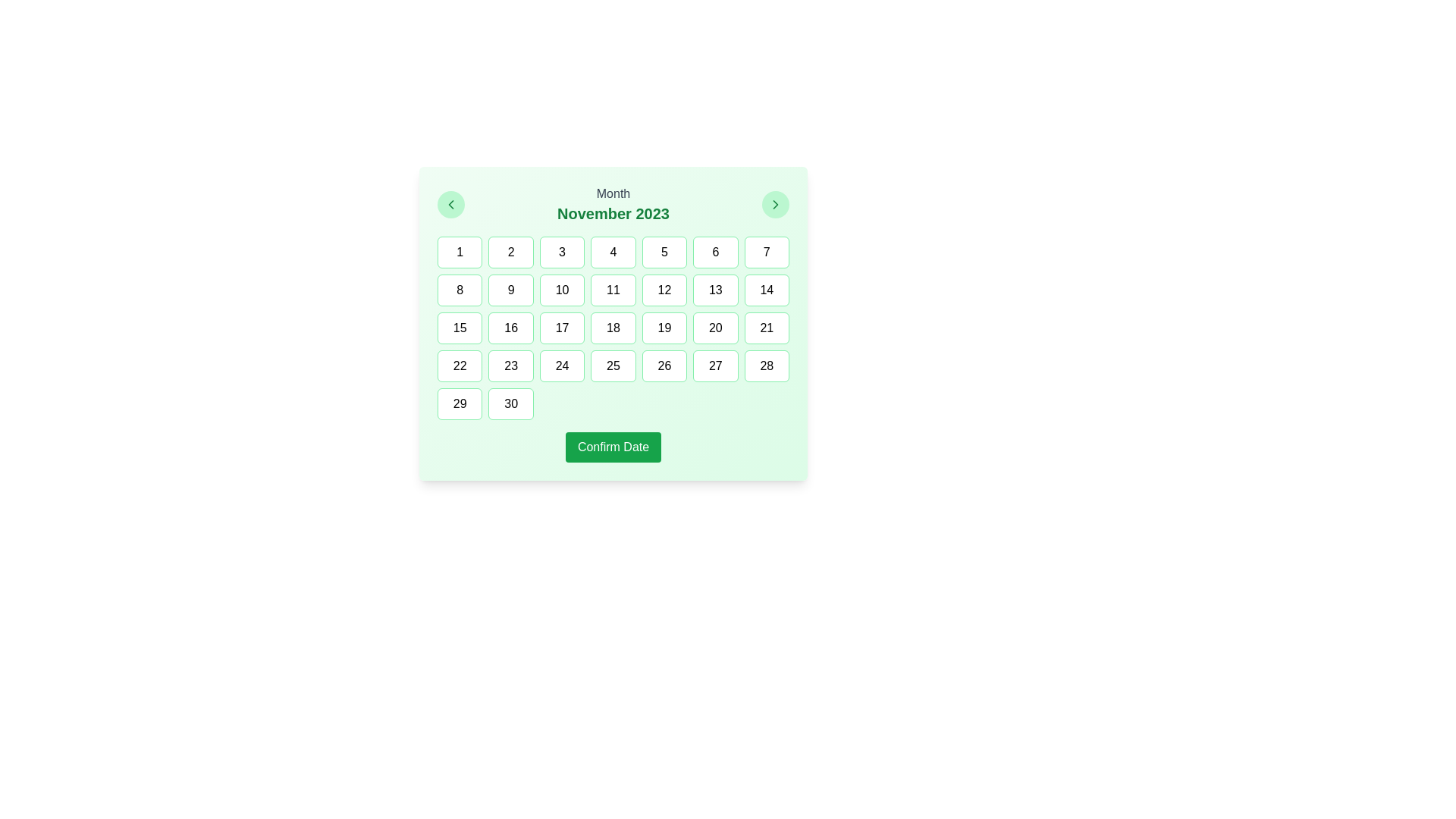  What do you see at coordinates (511, 251) in the screenshot?
I see `the interactive button for selecting day '2' in the November 2023 calendar grid layout` at bounding box center [511, 251].